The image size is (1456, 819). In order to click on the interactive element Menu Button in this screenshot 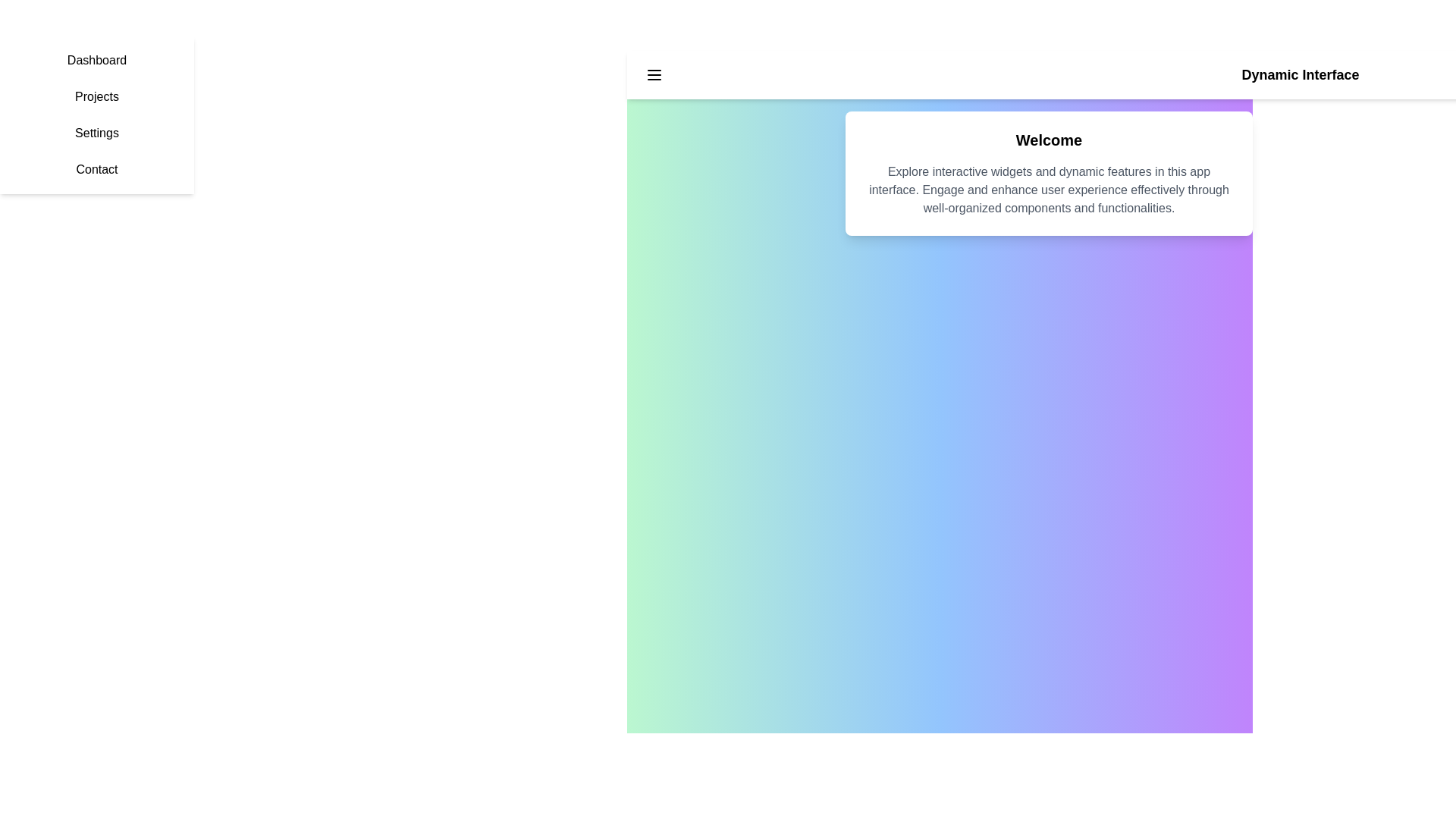, I will do `click(654, 75)`.